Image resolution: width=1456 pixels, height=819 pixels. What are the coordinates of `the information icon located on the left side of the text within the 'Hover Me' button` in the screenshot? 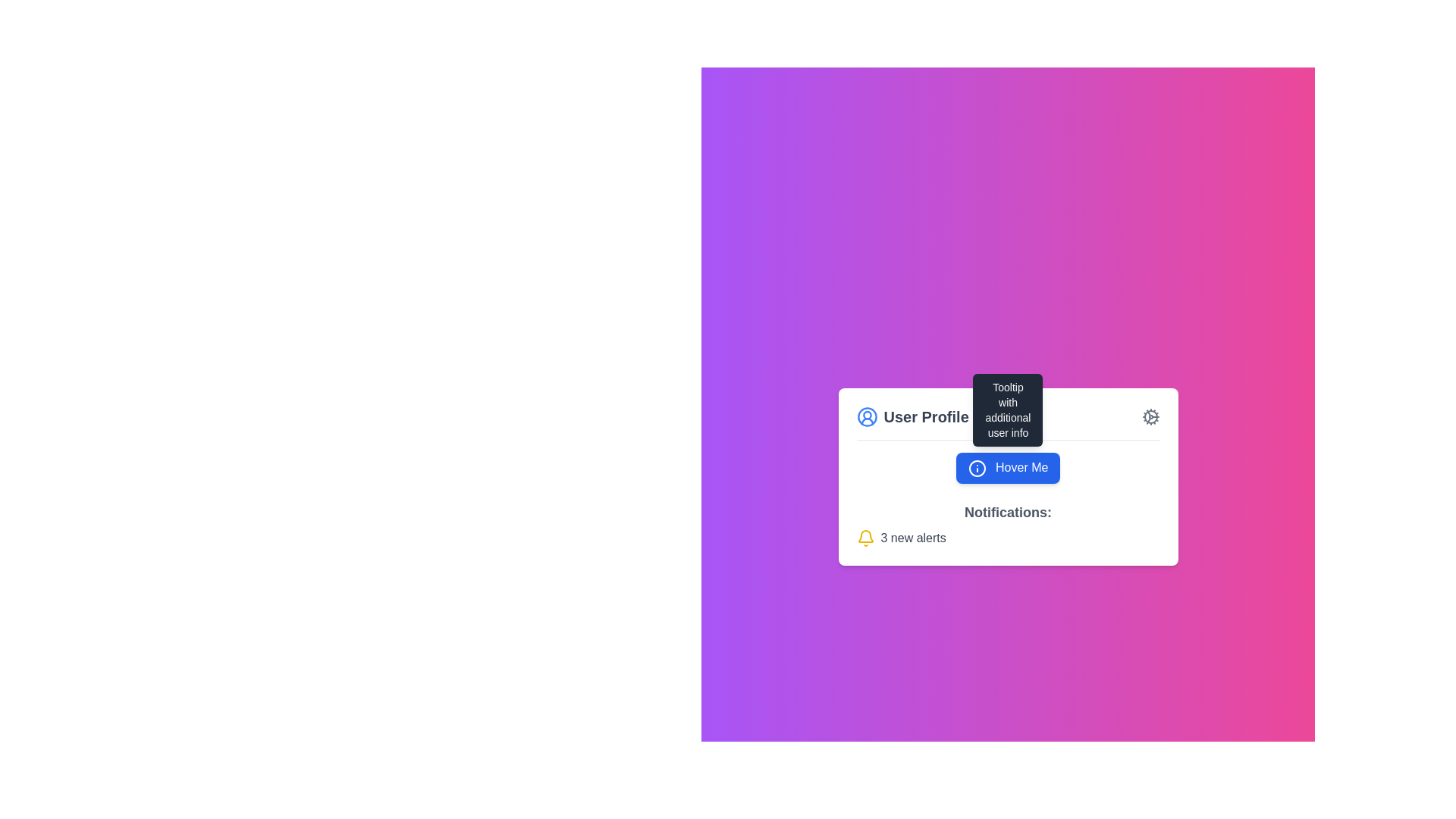 It's located at (977, 467).